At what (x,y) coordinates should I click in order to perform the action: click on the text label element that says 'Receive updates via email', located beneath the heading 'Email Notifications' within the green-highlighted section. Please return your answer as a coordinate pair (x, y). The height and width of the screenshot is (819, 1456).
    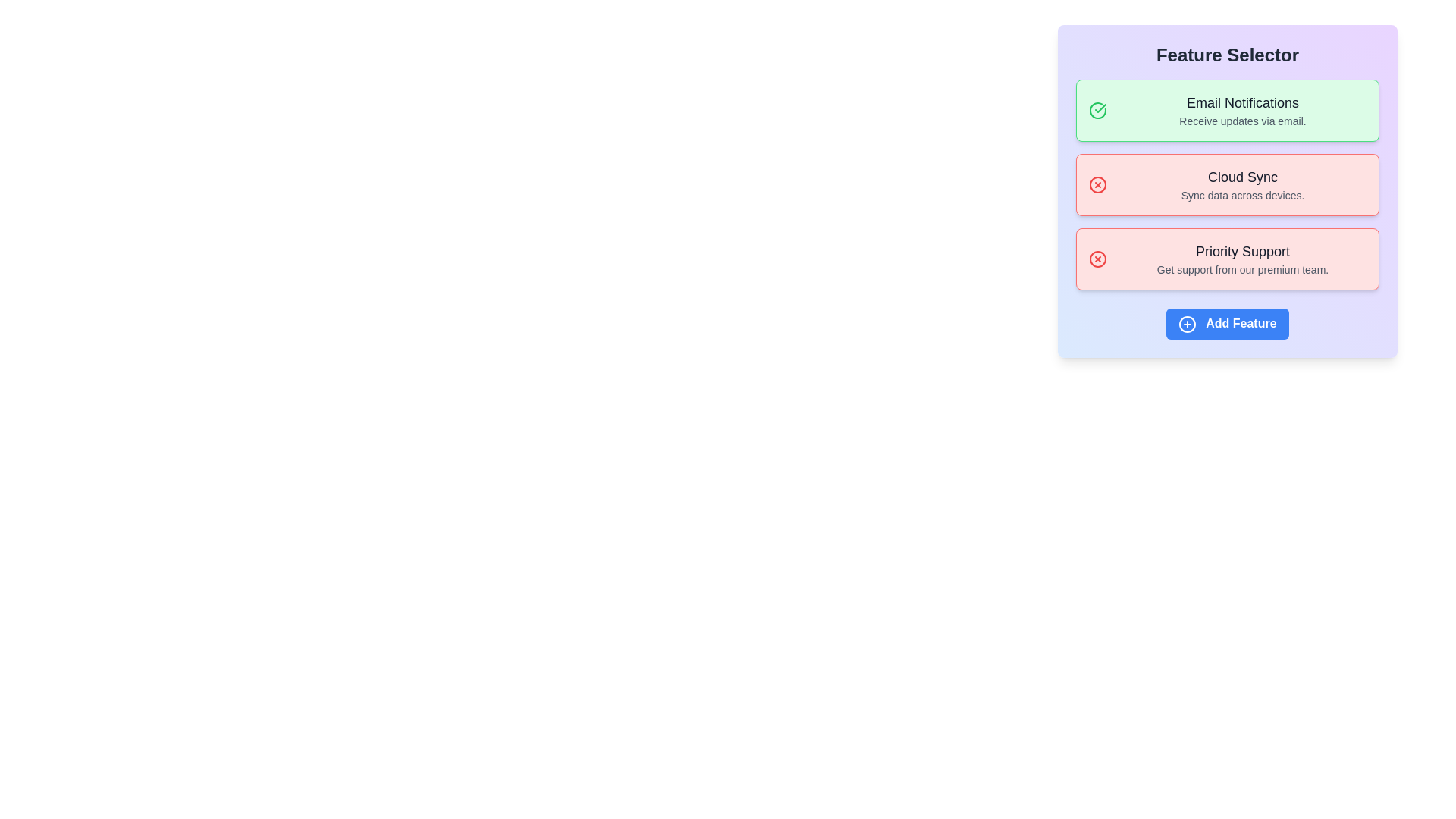
    Looking at the image, I should click on (1242, 120).